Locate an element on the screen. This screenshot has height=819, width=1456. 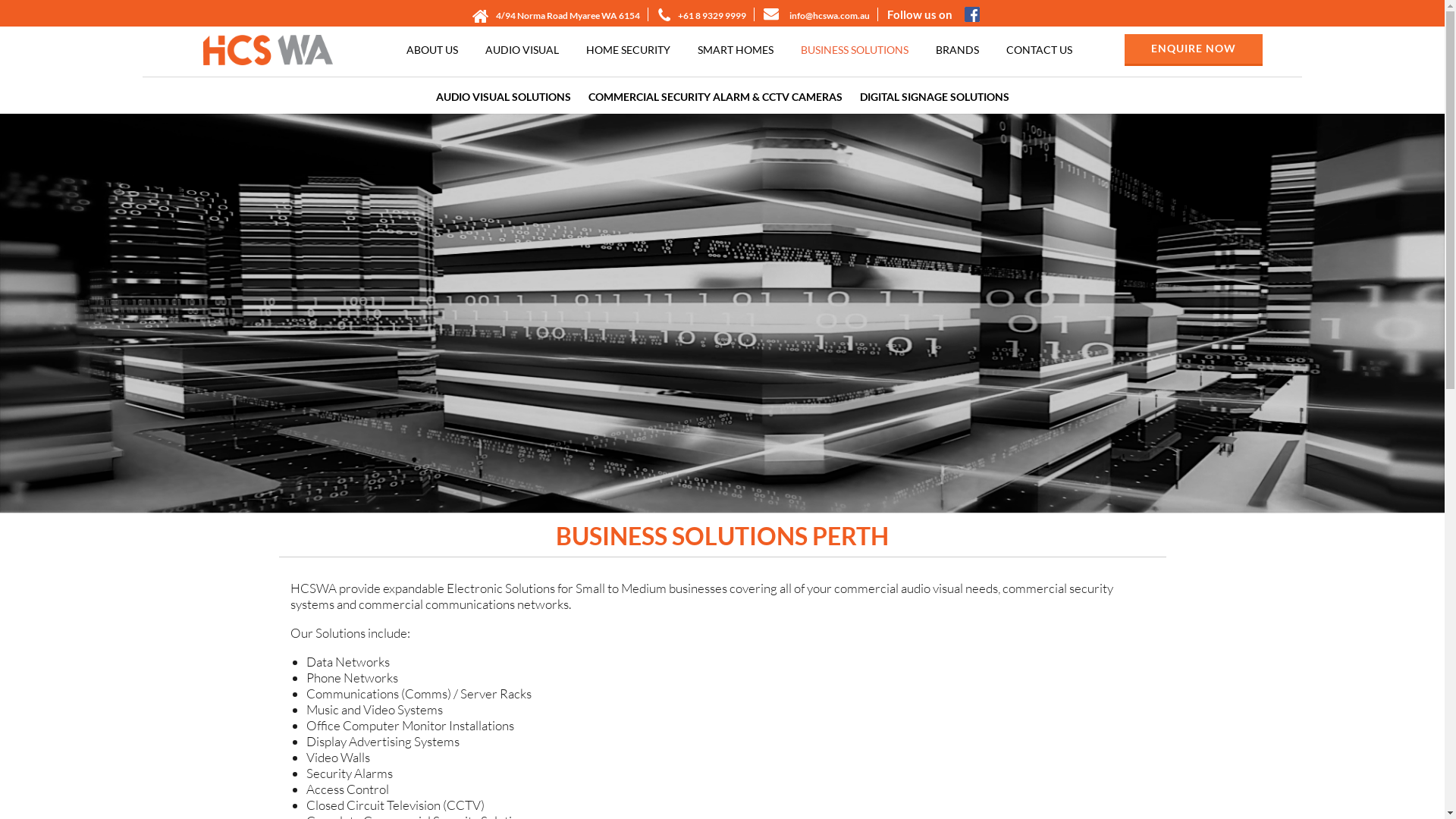
'DIGITAL SIGNAGE SOLUTIONS' is located at coordinates (934, 96).